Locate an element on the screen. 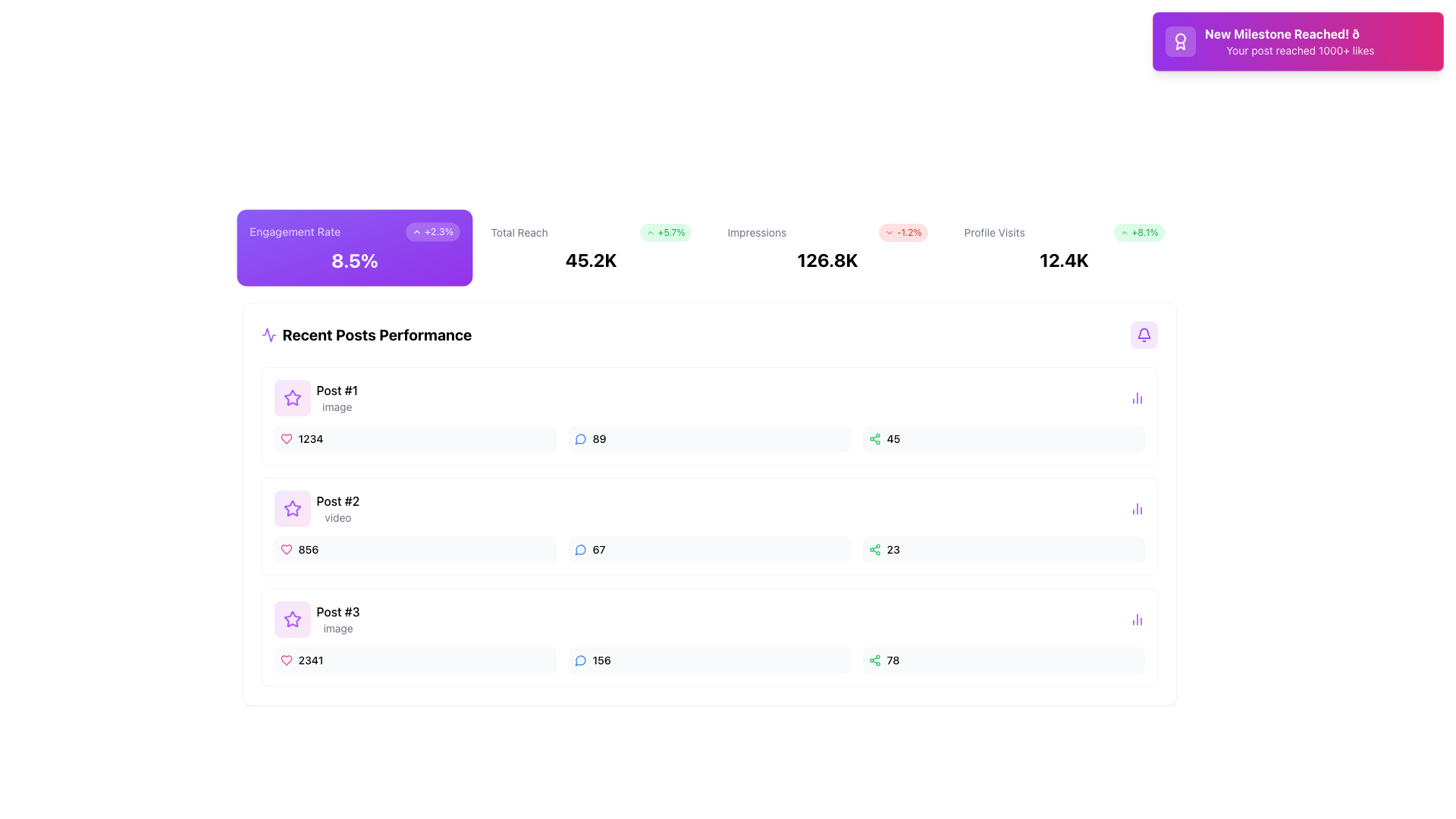 The height and width of the screenshot is (819, 1456). the icon representing 'Post #2' in the 'Recent Posts Performance' list, which is positioned to the left of the text for 'Post #2' is located at coordinates (292, 509).